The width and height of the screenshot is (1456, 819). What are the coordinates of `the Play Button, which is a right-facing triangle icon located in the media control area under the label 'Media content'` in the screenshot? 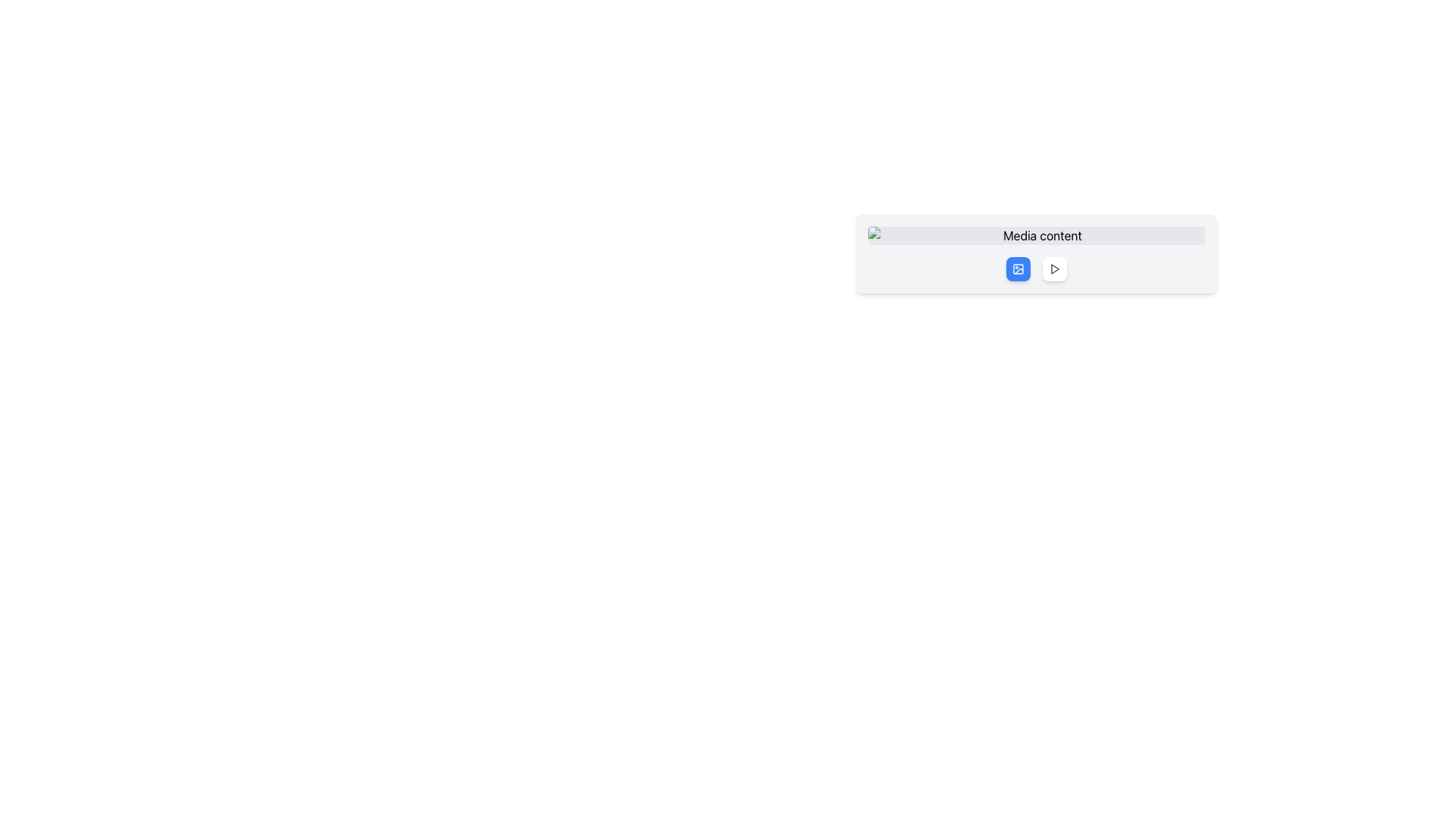 It's located at (1054, 268).